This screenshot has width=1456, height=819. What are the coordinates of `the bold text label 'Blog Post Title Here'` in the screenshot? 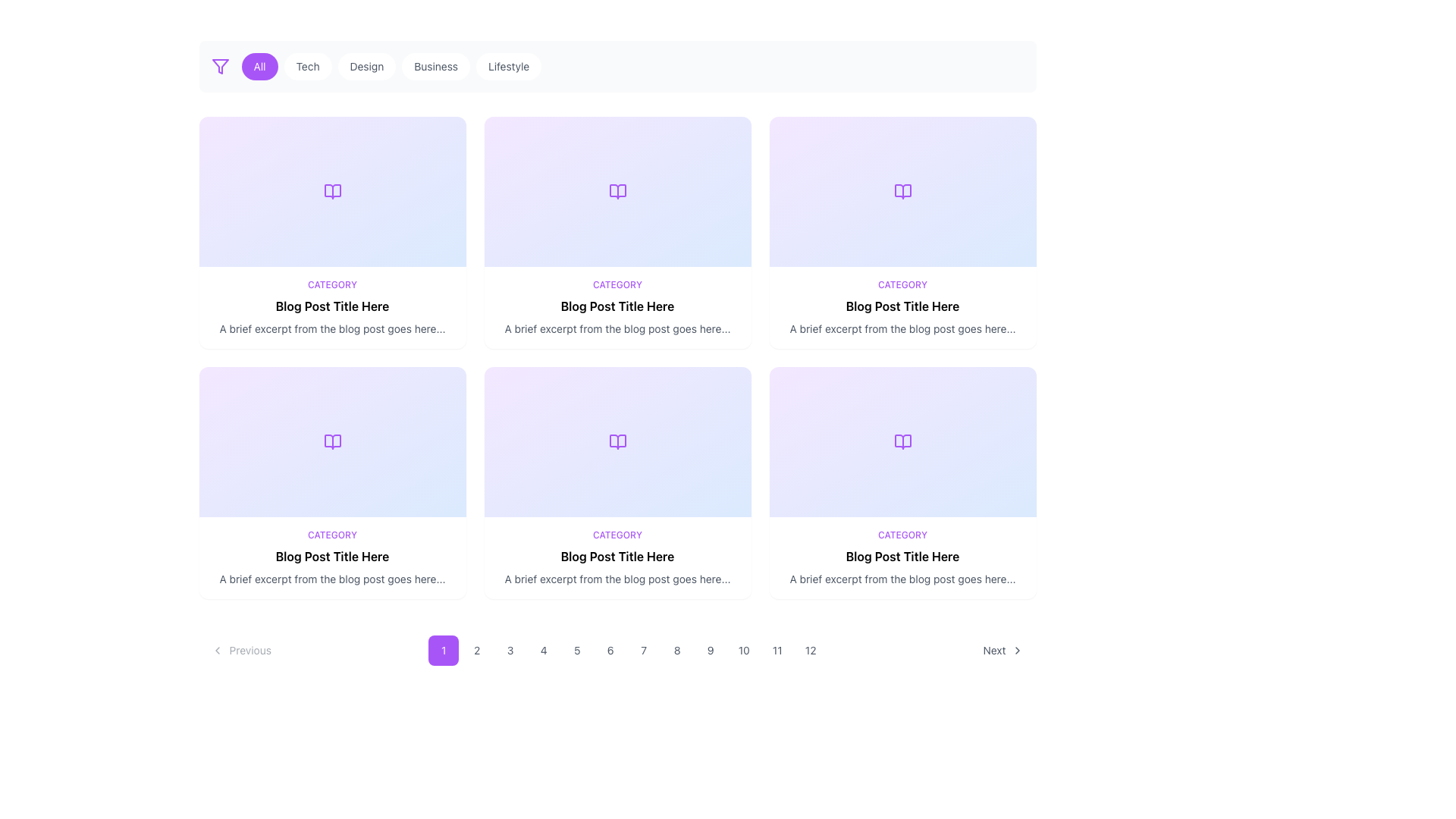 It's located at (617, 556).